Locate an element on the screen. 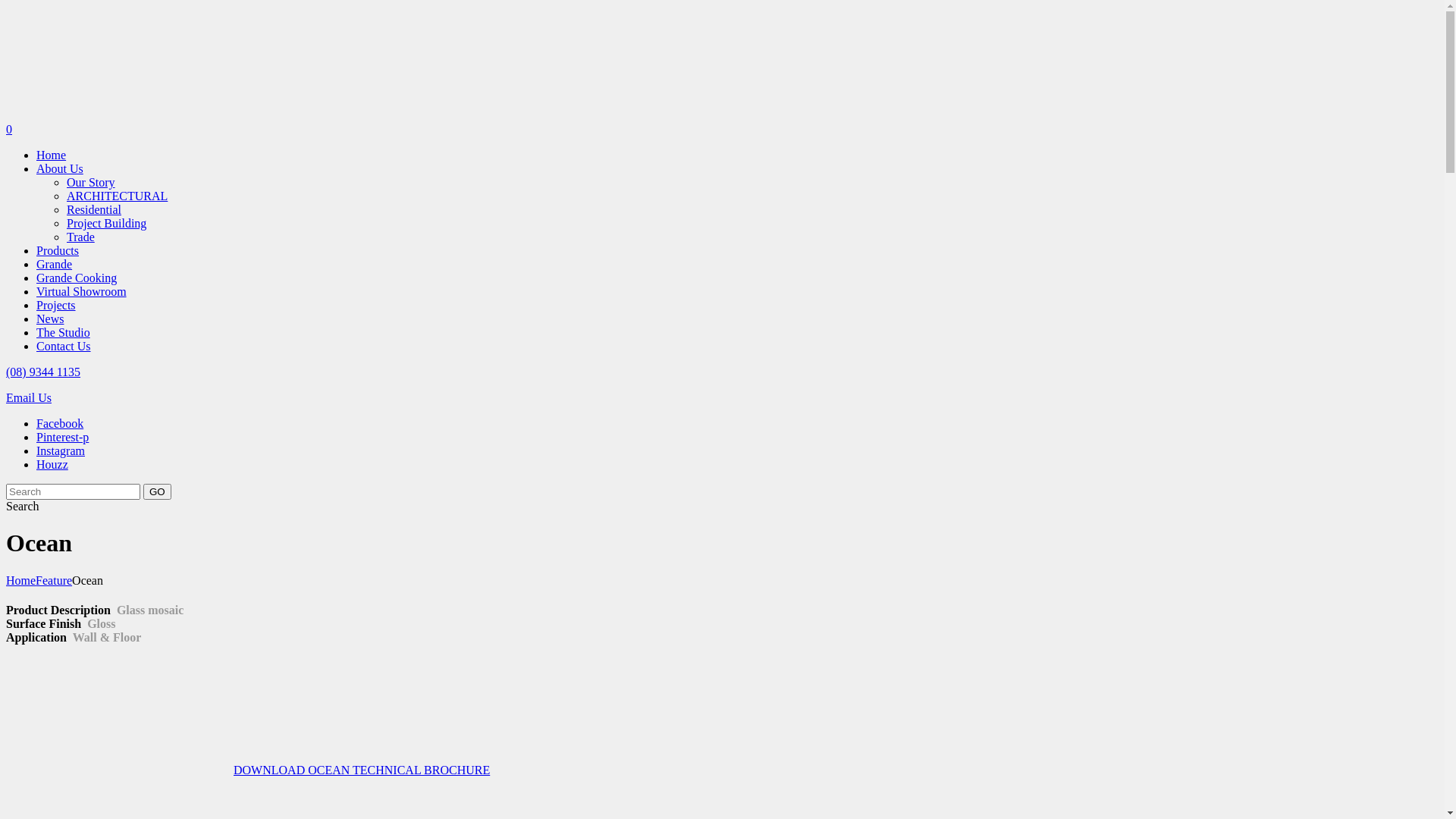  'Products' is located at coordinates (58, 249).